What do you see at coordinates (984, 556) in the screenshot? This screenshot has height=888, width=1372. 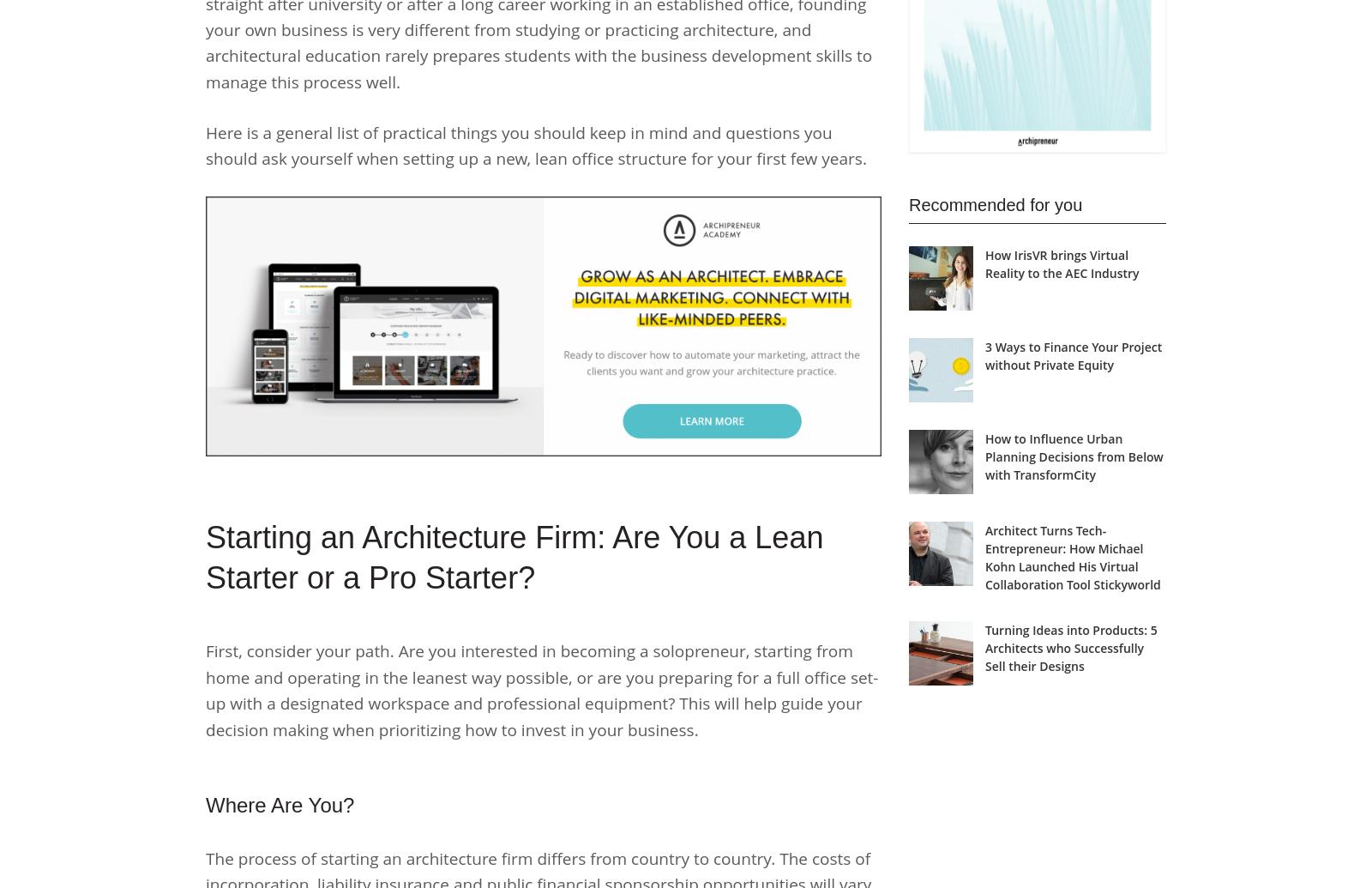 I see `'Architect Turns Tech-Entrepreneur: How Michael Kohn Launched His Virtual Collaboration Tool Stickyworld'` at bounding box center [984, 556].